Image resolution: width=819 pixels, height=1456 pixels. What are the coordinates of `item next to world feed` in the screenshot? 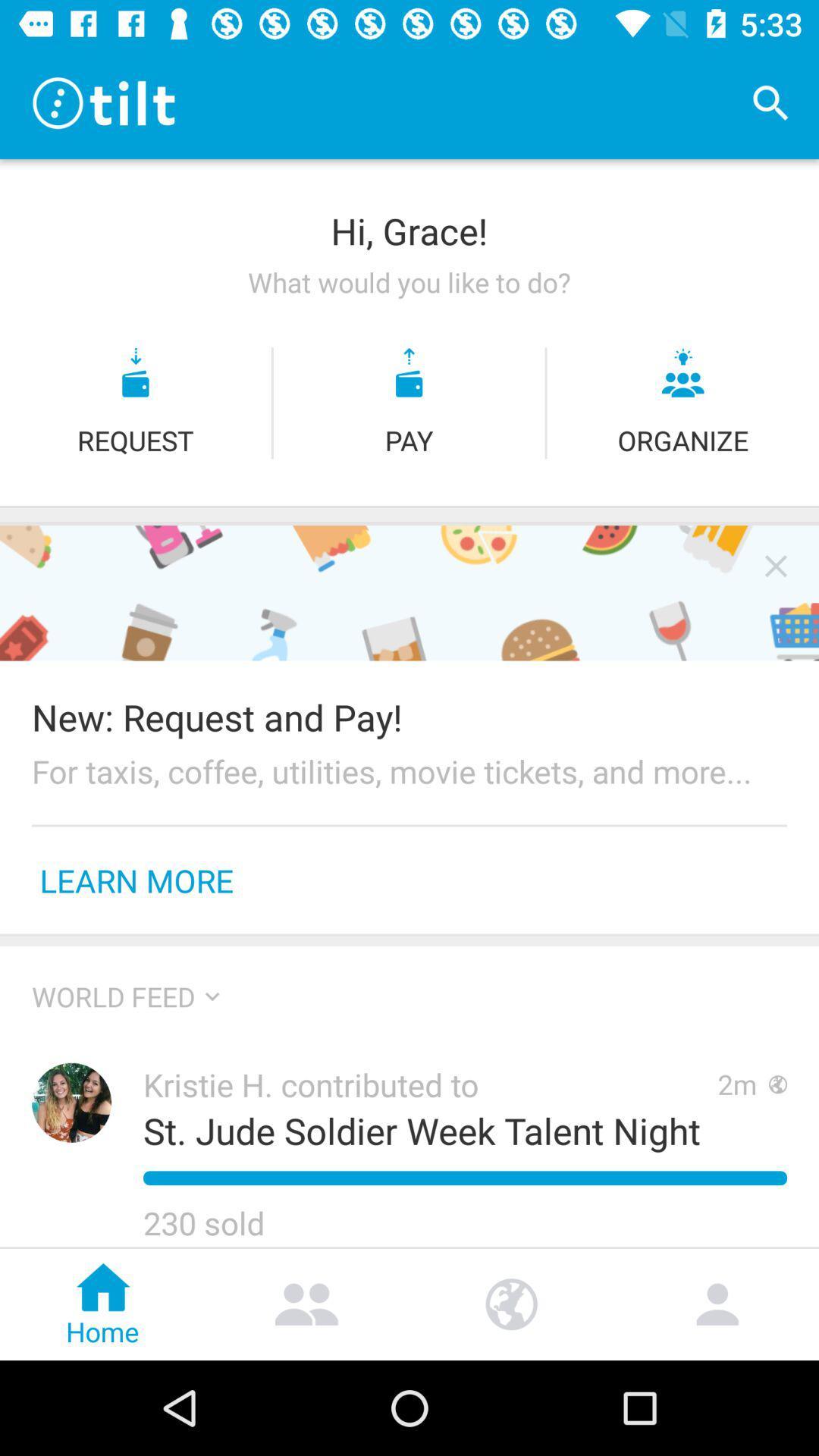 It's located at (212, 996).